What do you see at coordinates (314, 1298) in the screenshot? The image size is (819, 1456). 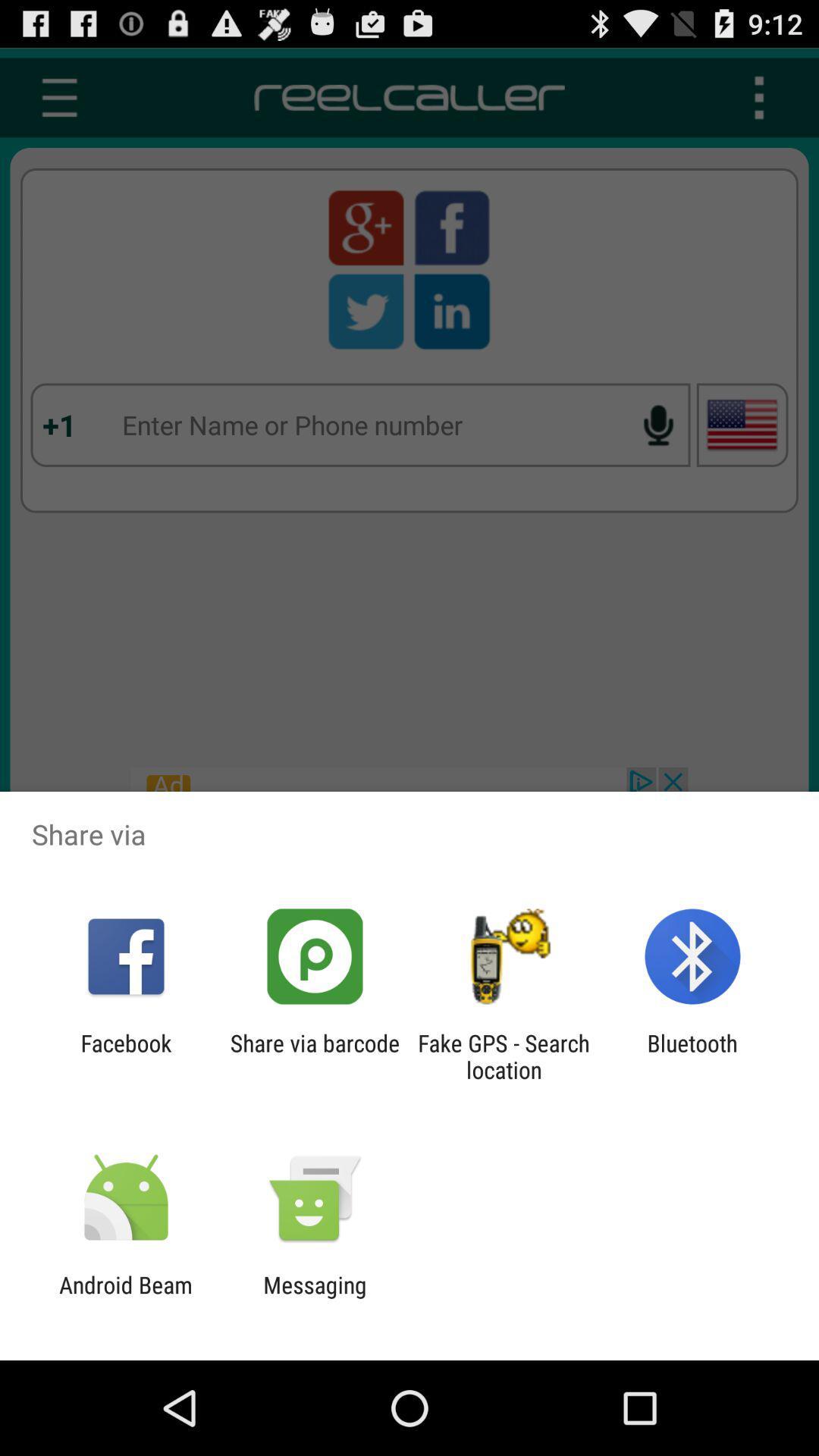 I see `messaging icon` at bounding box center [314, 1298].